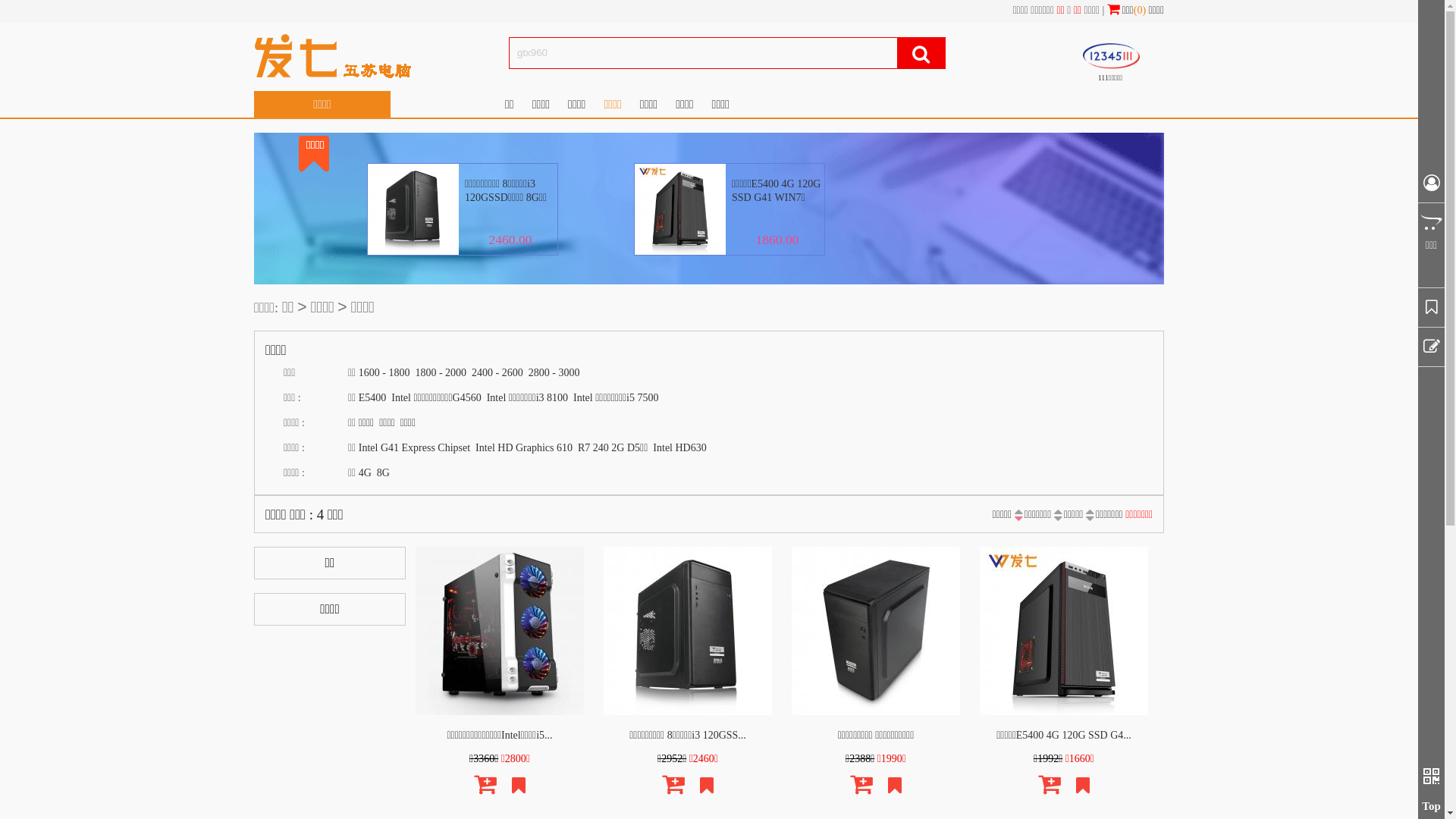  What do you see at coordinates (679, 447) in the screenshot?
I see `'Intel HD630'` at bounding box center [679, 447].